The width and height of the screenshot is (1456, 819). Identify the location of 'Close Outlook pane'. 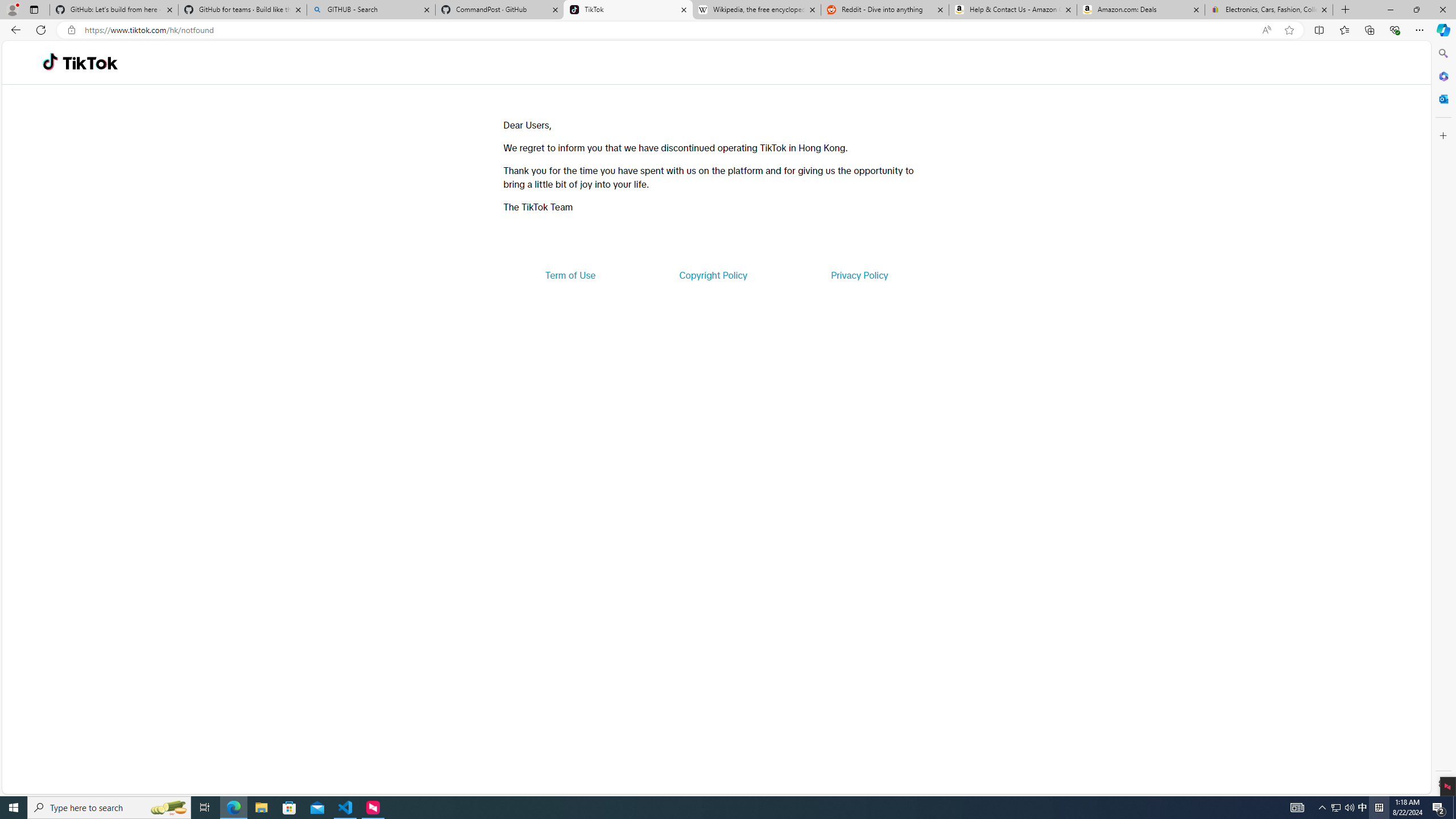
(1442, 98).